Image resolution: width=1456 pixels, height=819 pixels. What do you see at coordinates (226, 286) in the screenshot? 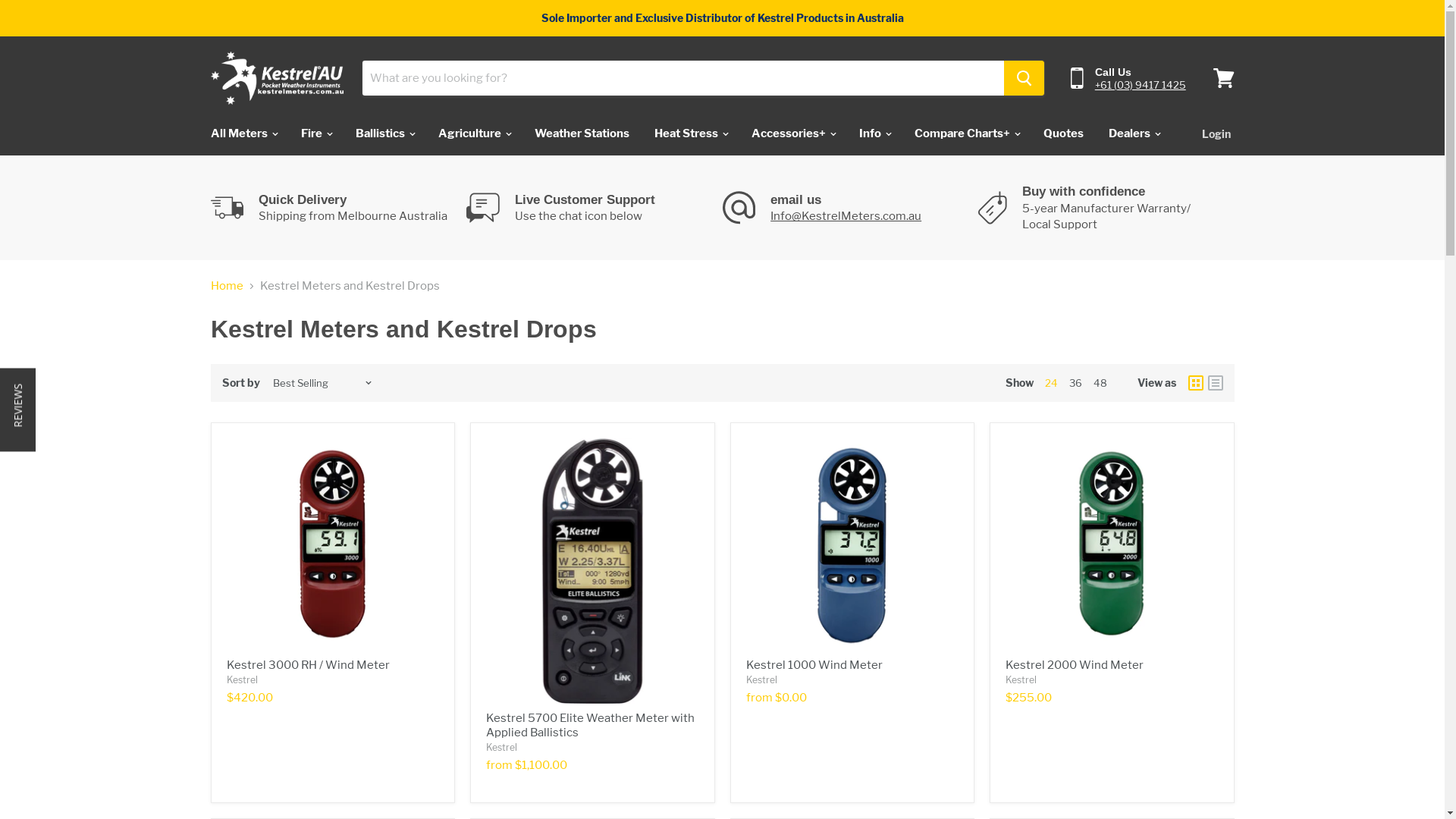
I see `'Home'` at bounding box center [226, 286].